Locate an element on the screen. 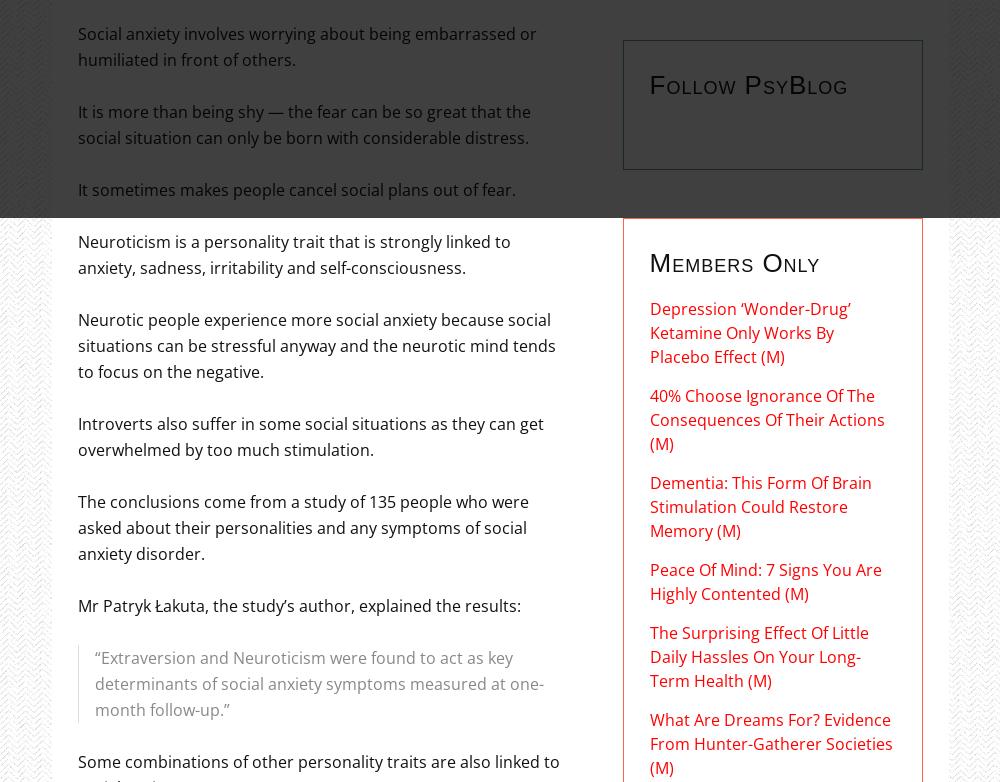 The image size is (1000, 782). 'It is more than being shy — the fear can be so great that the social situation can only be born with considerable distress.' is located at coordinates (303, 124).